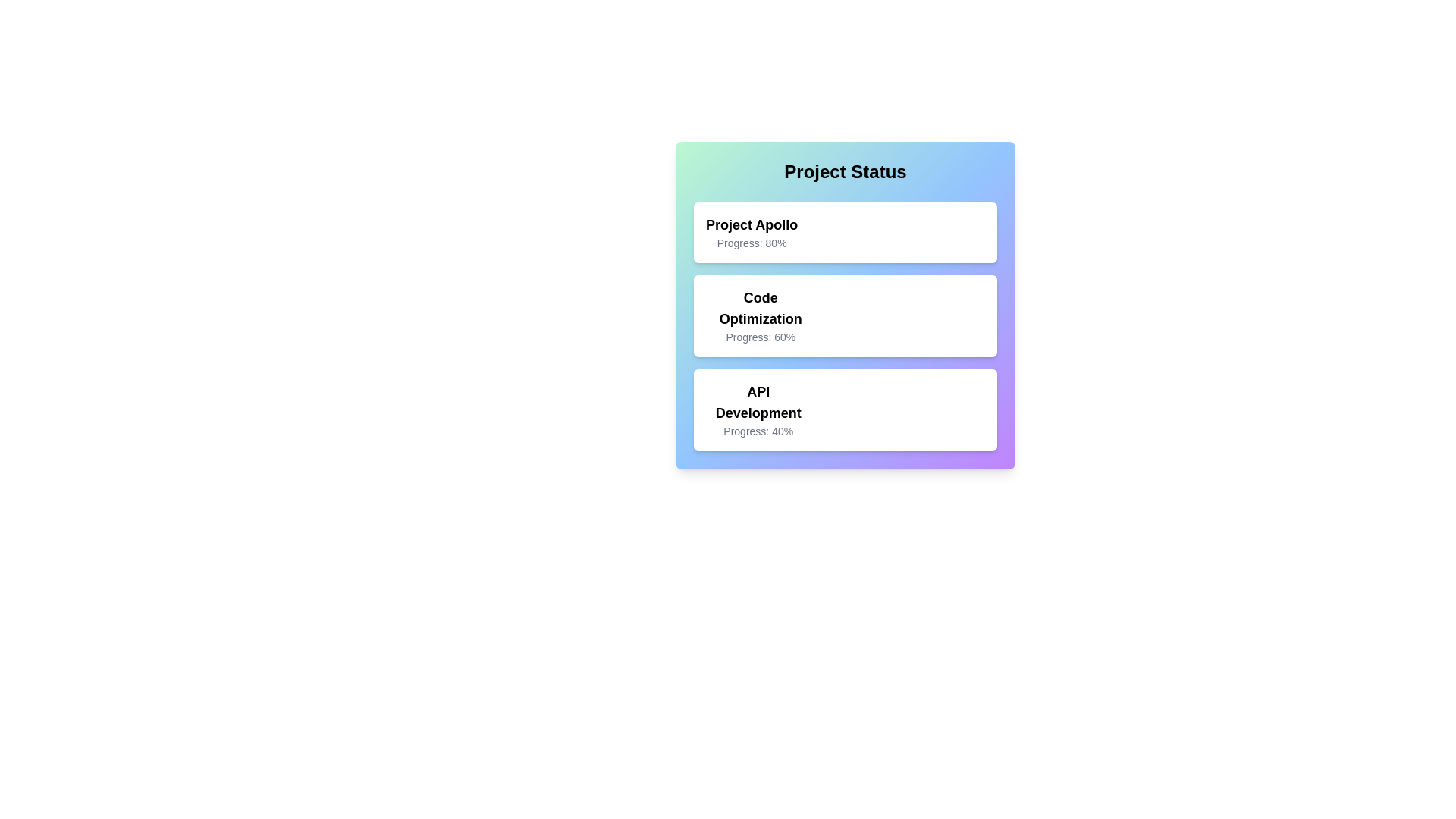 Image resolution: width=1456 pixels, height=819 pixels. Describe the element at coordinates (844, 315) in the screenshot. I see `the project card corresponding to Code Optimization` at that location.